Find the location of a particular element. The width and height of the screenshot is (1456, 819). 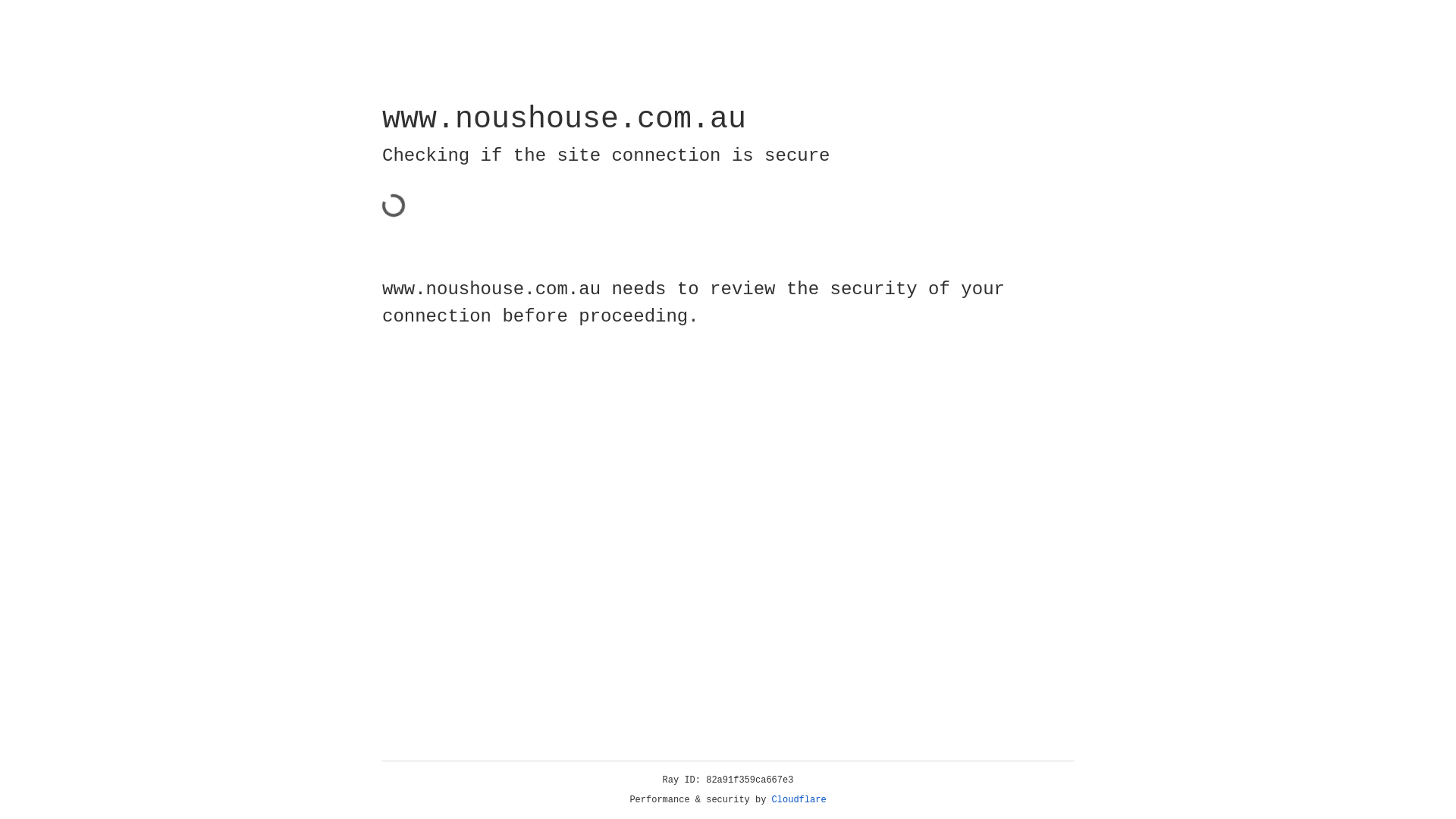

'Cloudflare' is located at coordinates (799, 799).